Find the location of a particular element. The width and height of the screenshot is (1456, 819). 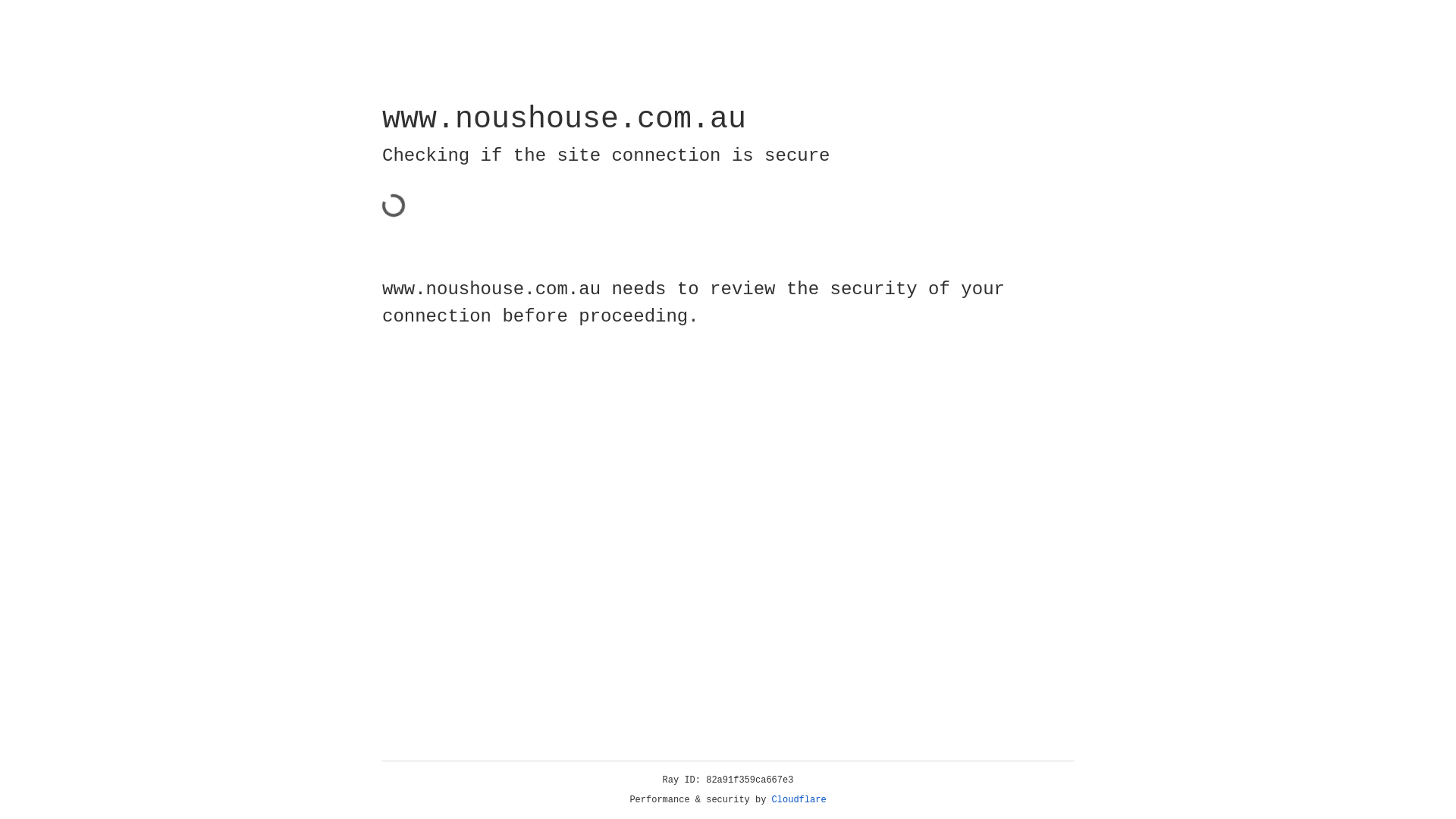

'Cloudflare' is located at coordinates (799, 799).